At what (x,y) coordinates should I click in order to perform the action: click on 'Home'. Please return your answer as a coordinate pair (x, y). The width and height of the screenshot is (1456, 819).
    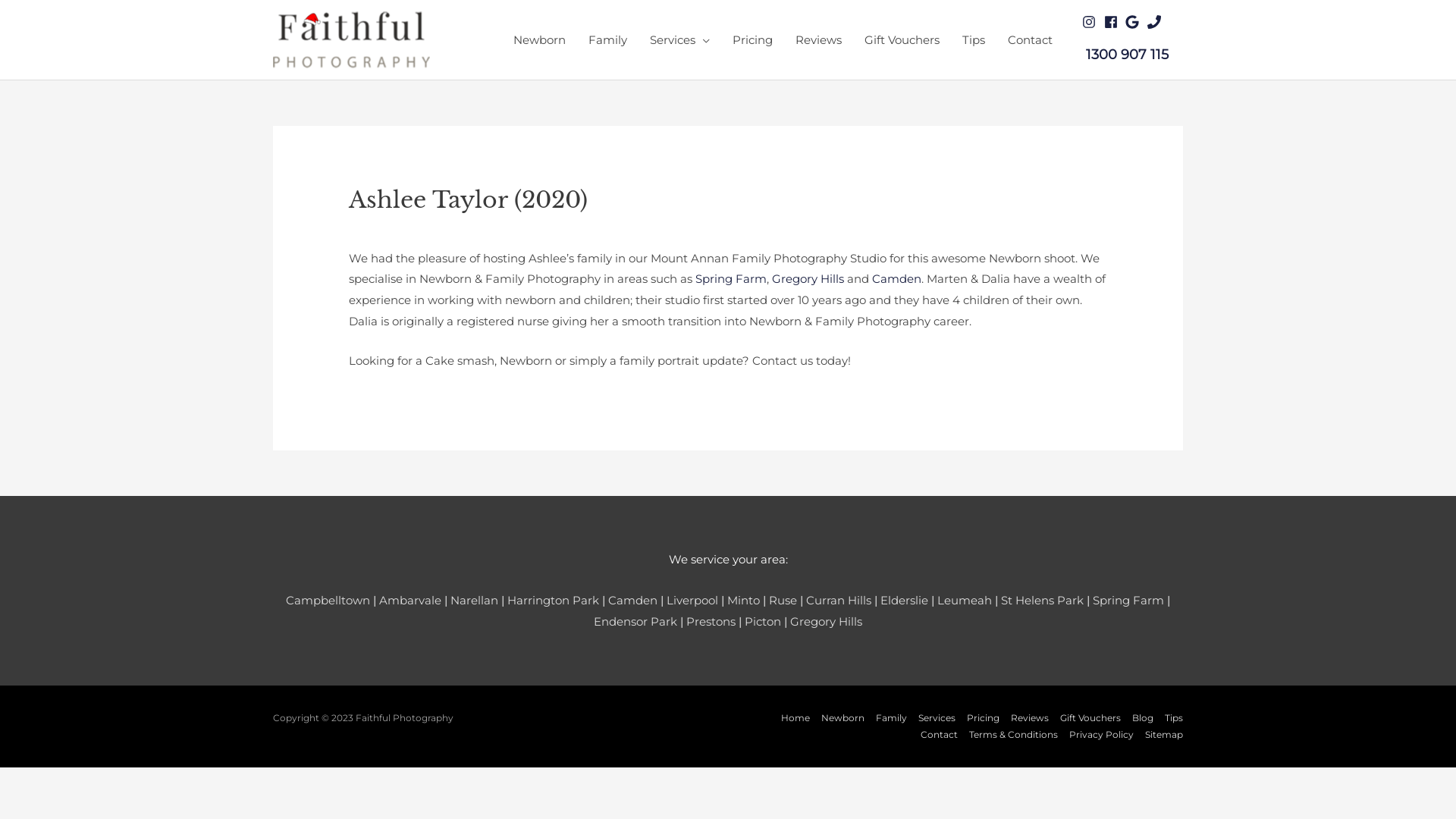
    Looking at the image, I should click on (789, 717).